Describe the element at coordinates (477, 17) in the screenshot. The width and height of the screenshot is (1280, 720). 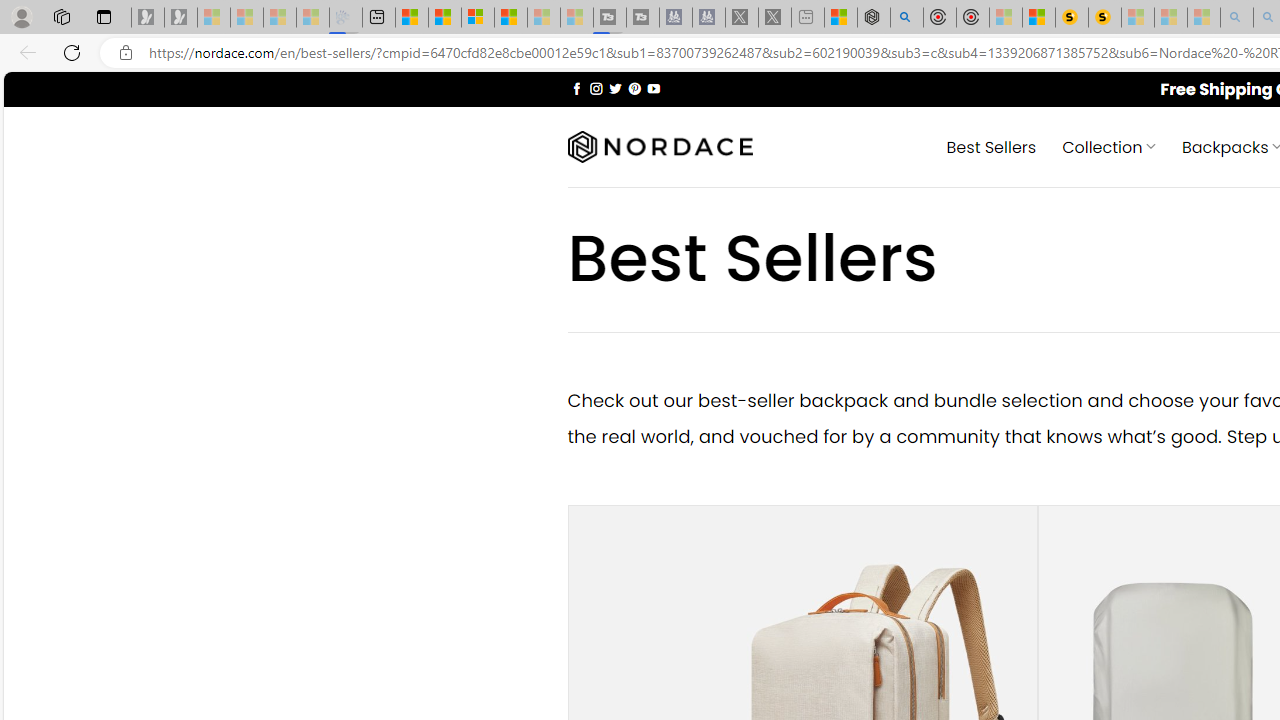
I see `'Overview'` at that location.